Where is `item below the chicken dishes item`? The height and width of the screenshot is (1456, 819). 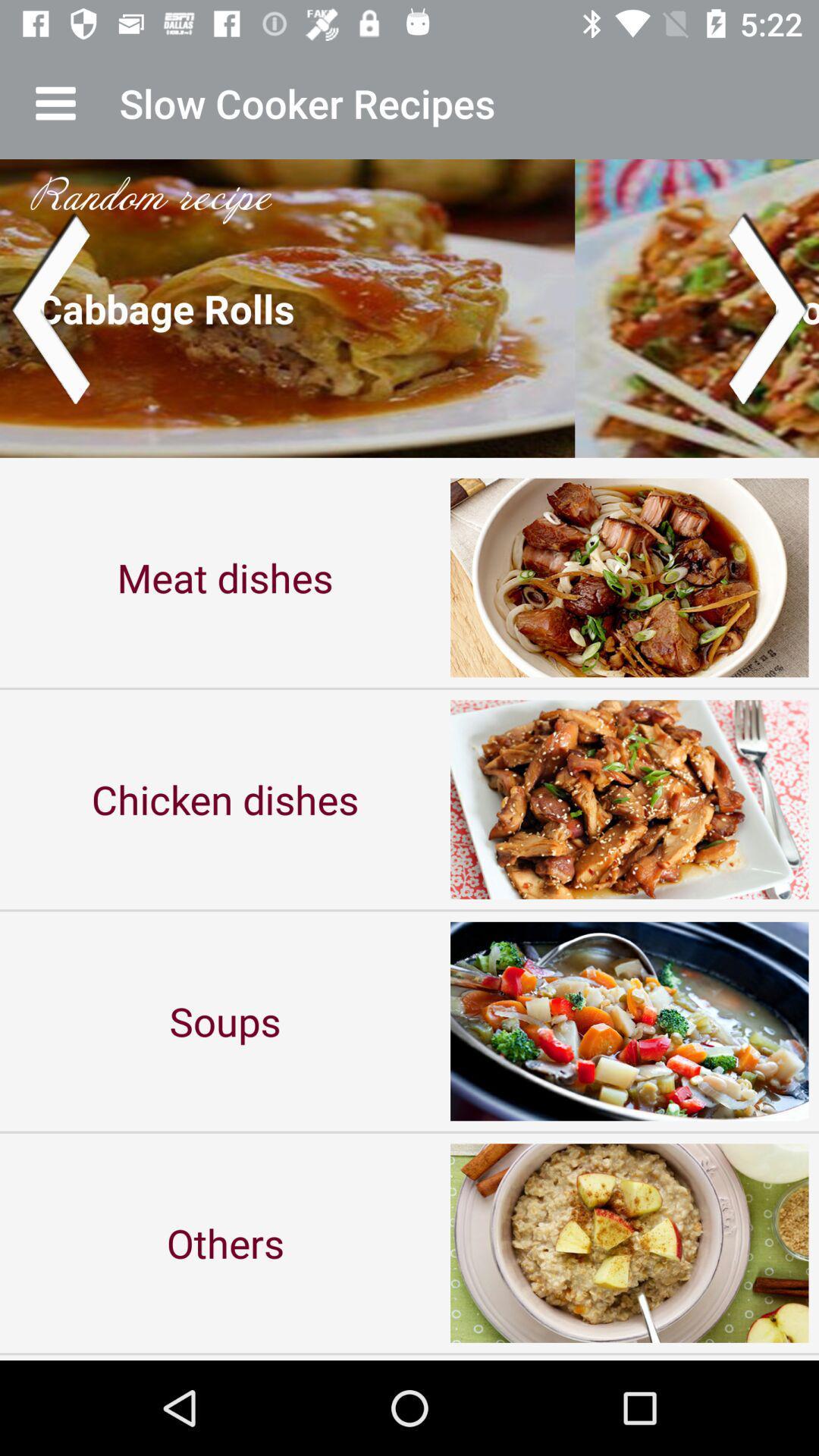
item below the chicken dishes item is located at coordinates (225, 1021).